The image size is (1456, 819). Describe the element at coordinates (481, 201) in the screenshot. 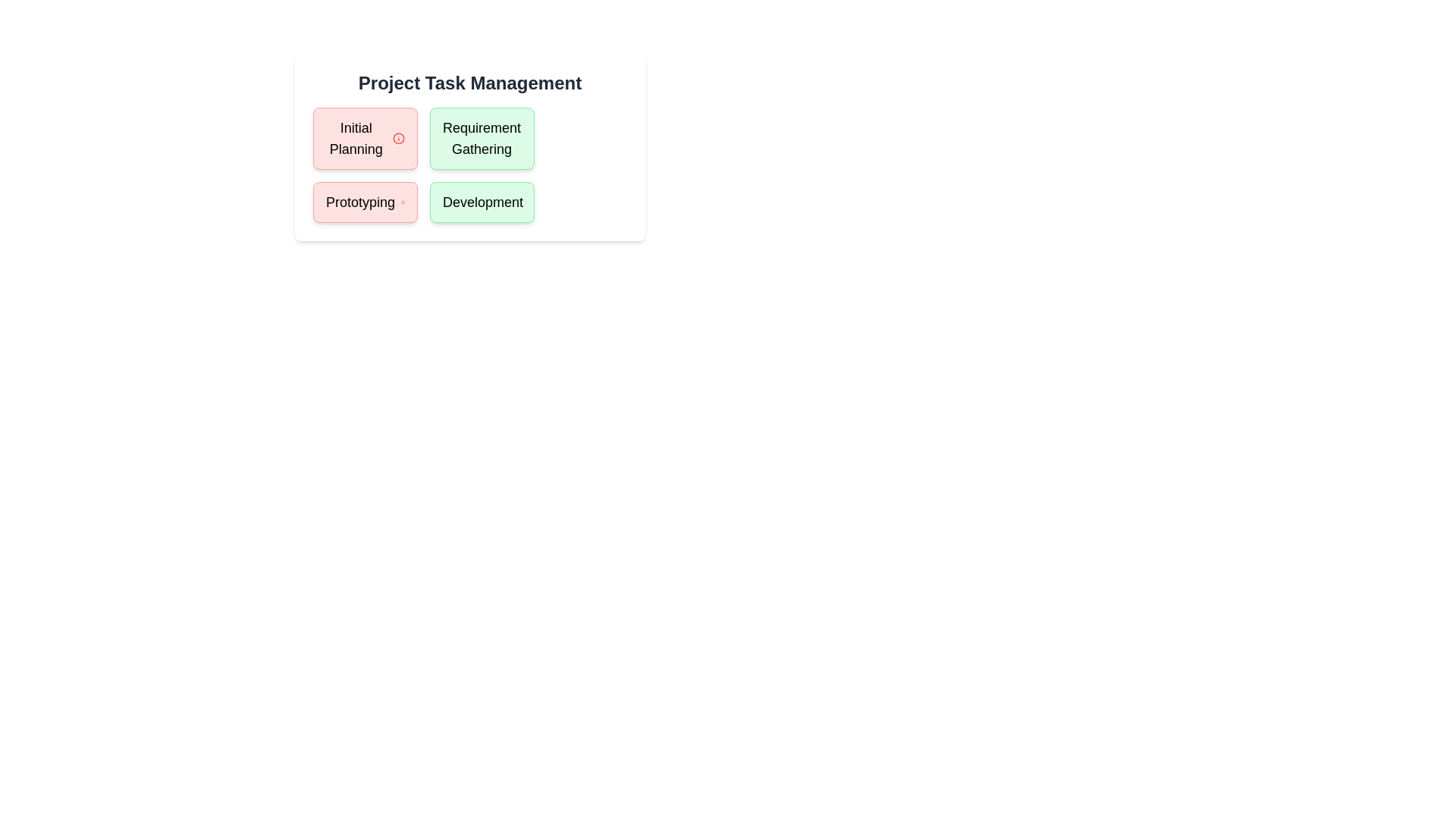

I see `the task Development to read its details` at that location.